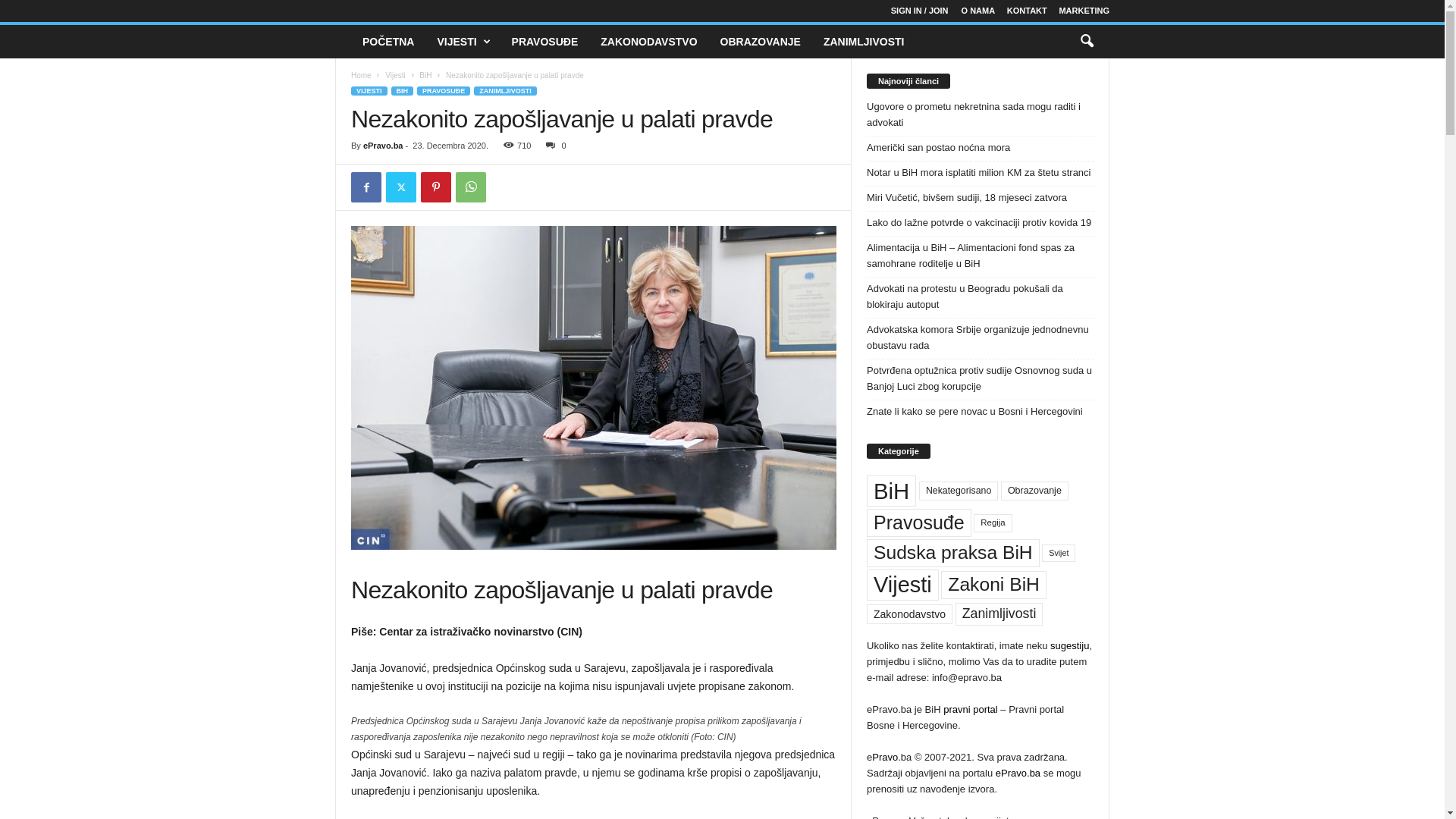 The height and width of the screenshot is (819, 1456). I want to click on 'Nekategorisano', so click(957, 491).